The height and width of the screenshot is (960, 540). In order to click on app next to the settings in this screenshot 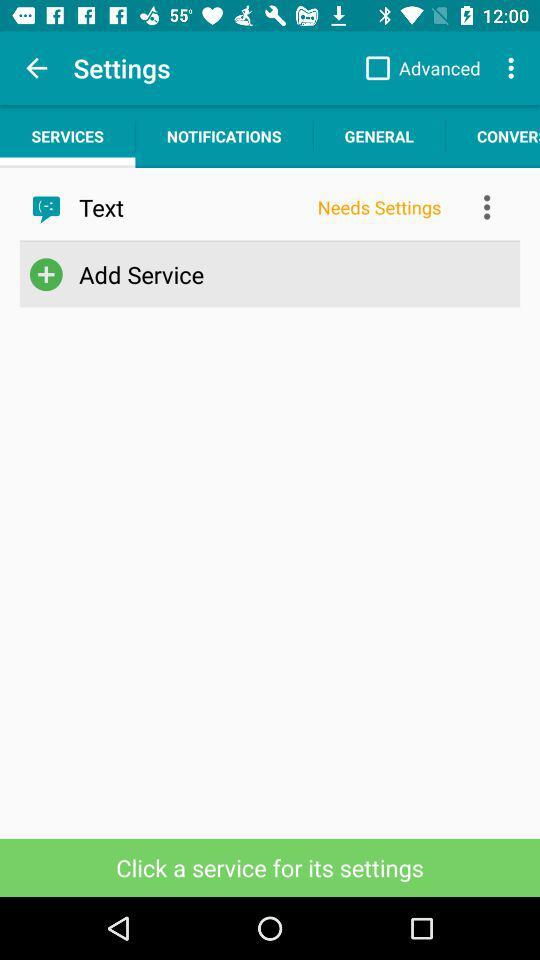, I will do `click(417, 68)`.